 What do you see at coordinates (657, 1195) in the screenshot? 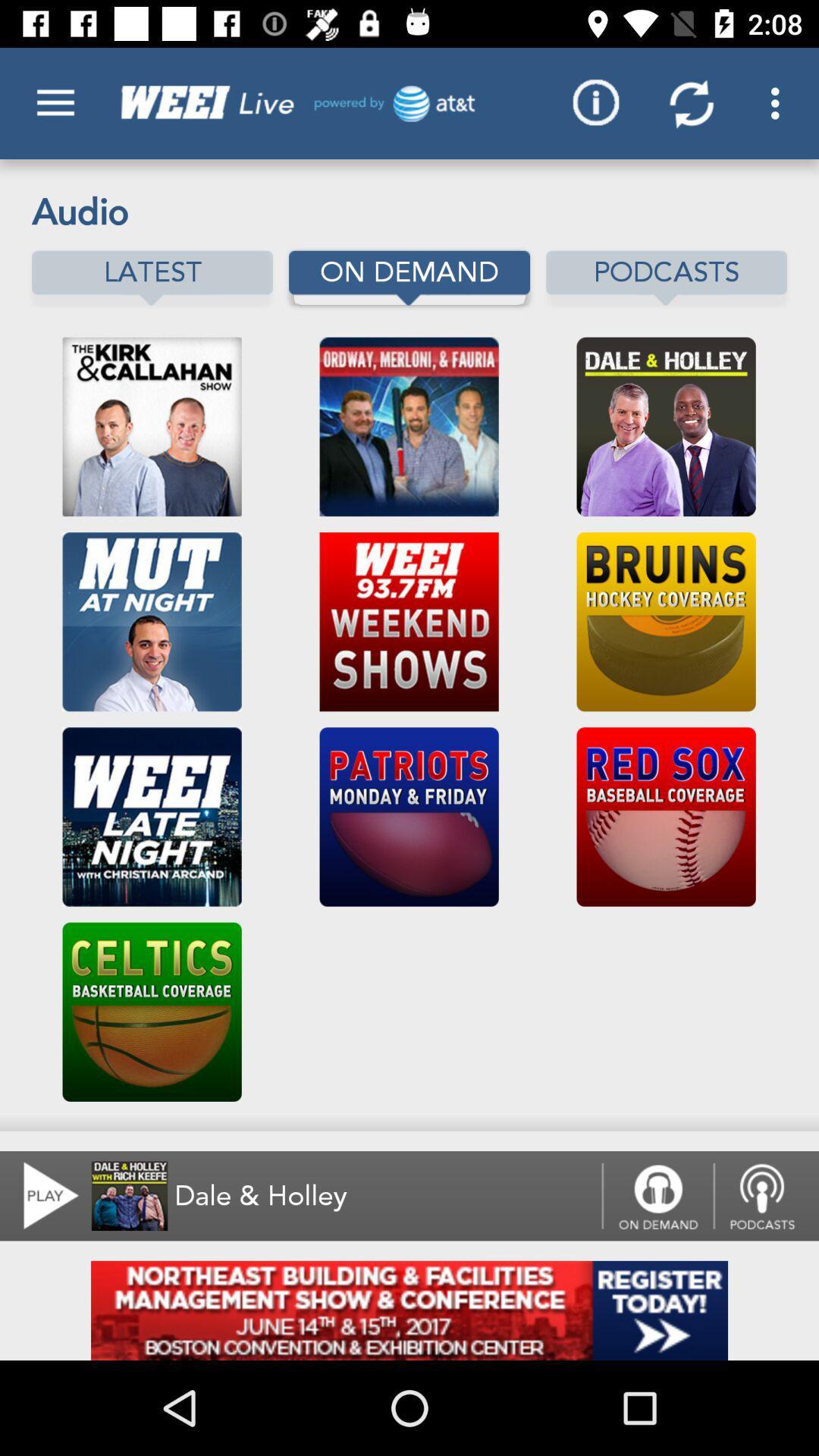
I see `the lock icon` at bounding box center [657, 1195].